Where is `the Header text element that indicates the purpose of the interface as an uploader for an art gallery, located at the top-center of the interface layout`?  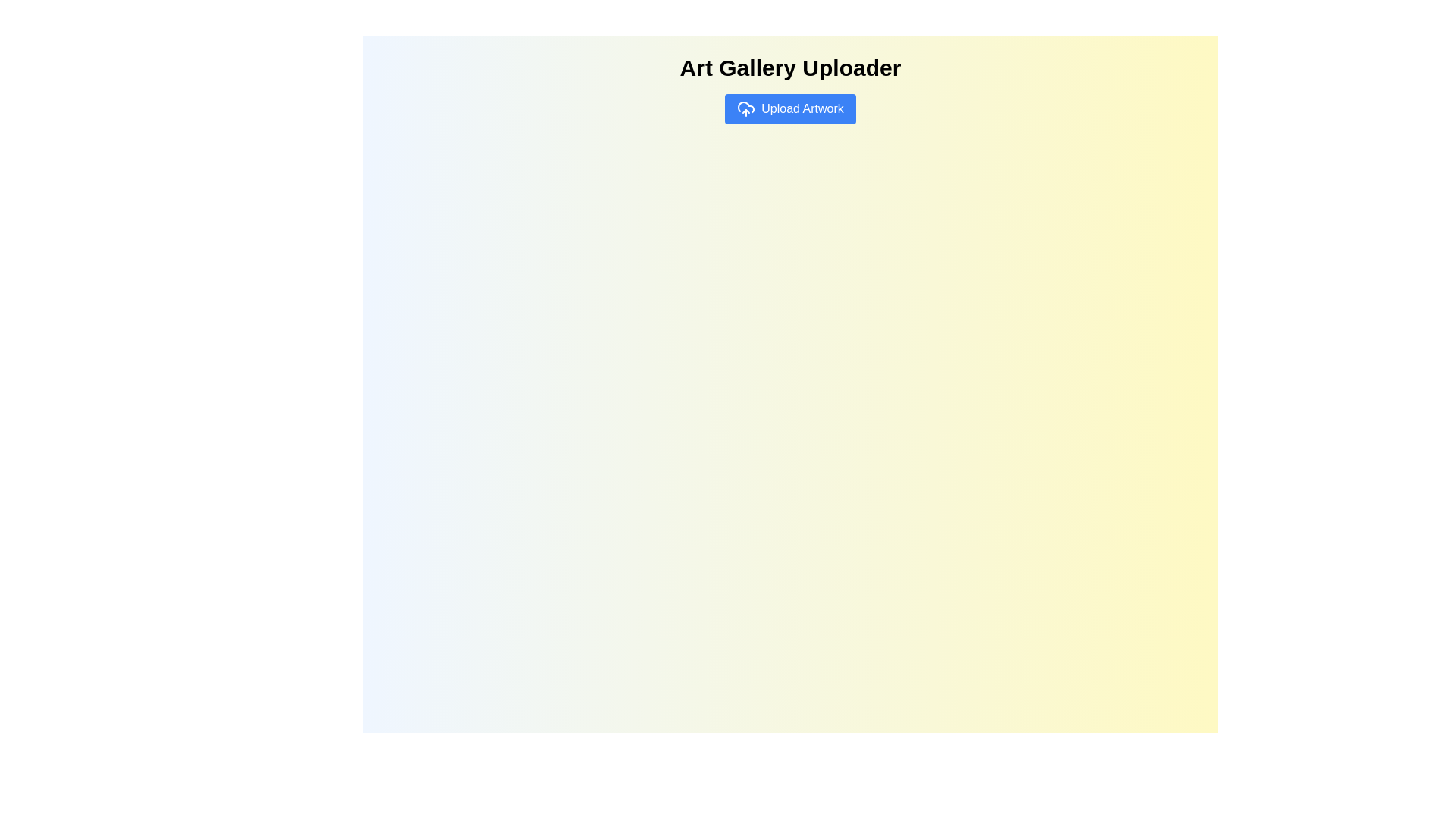 the Header text element that indicates the purpose of the interface as an uploader for an art gallery, located at the top-center of the interface layout is located at coordinates (789, 67).